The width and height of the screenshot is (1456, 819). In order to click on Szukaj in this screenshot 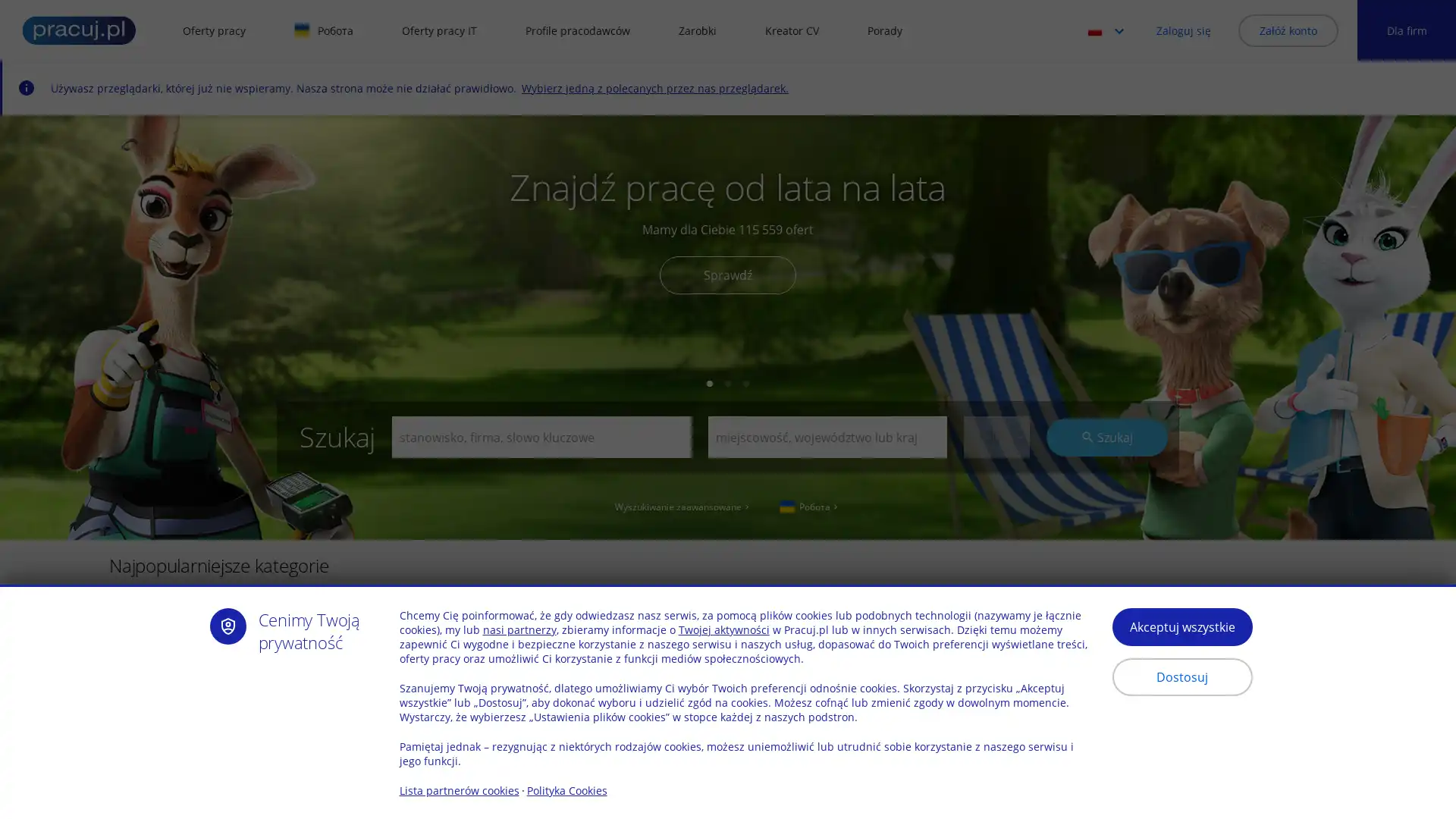, I will do `click(1106, 436)`.